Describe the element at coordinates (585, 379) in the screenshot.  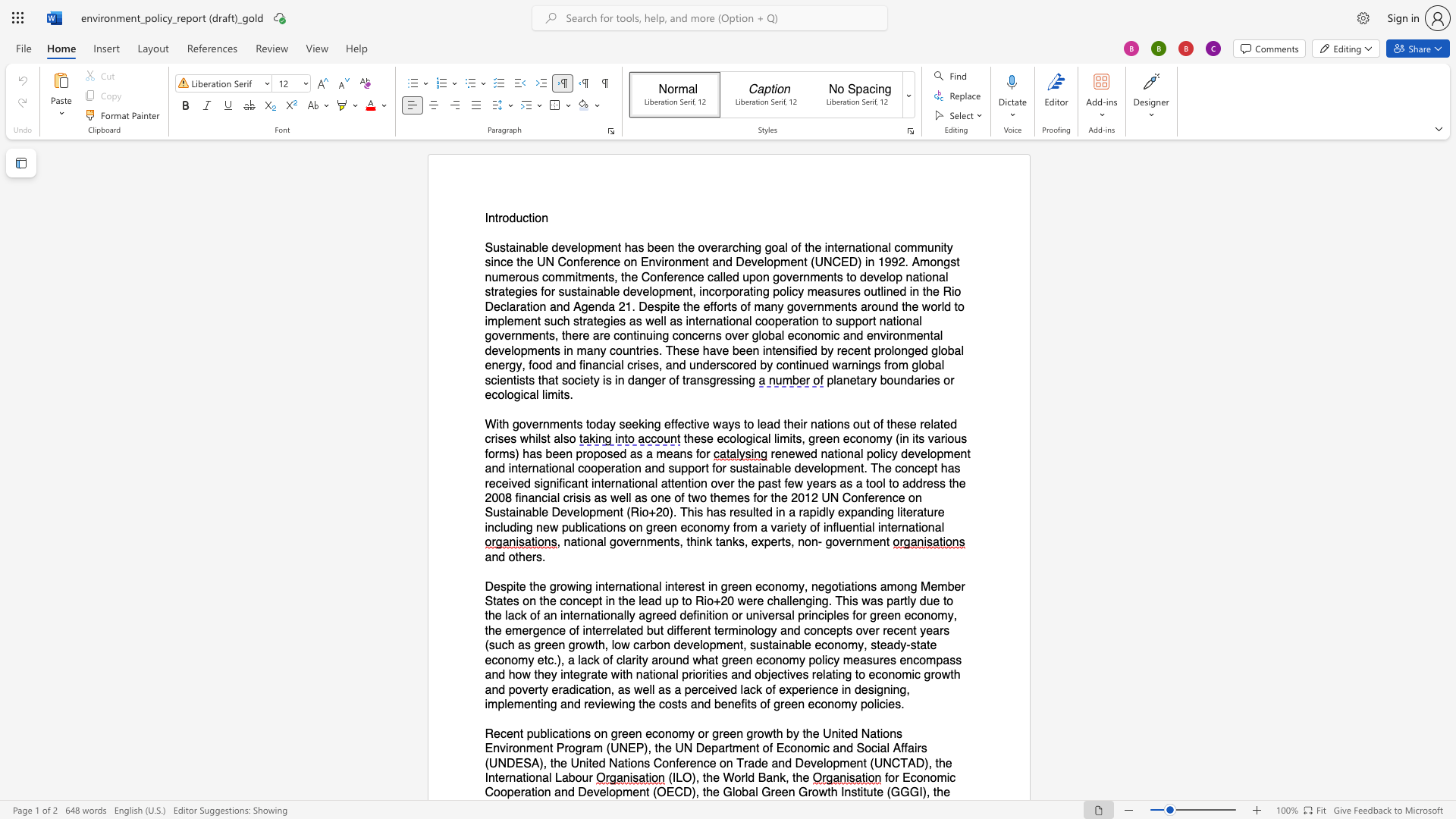
I see `the 6th character "e" in the text` at that location.